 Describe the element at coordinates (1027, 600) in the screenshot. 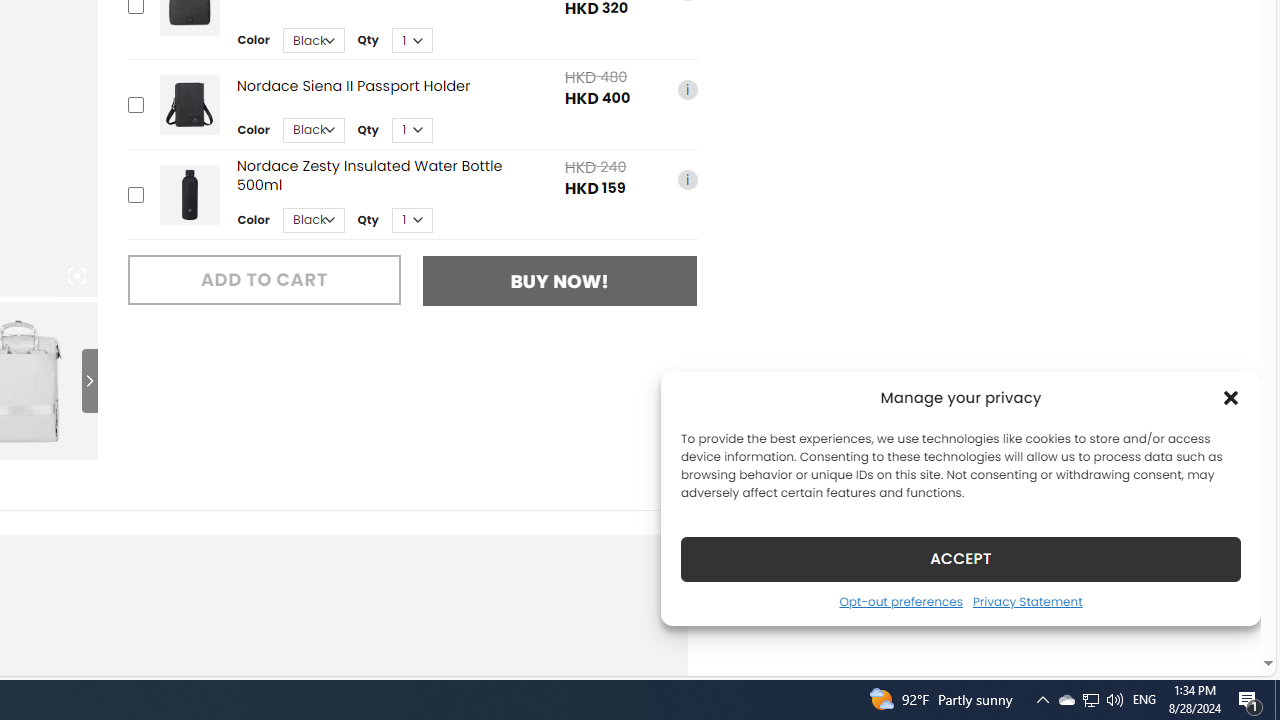

I see `'Privacy Statement'` at that location.